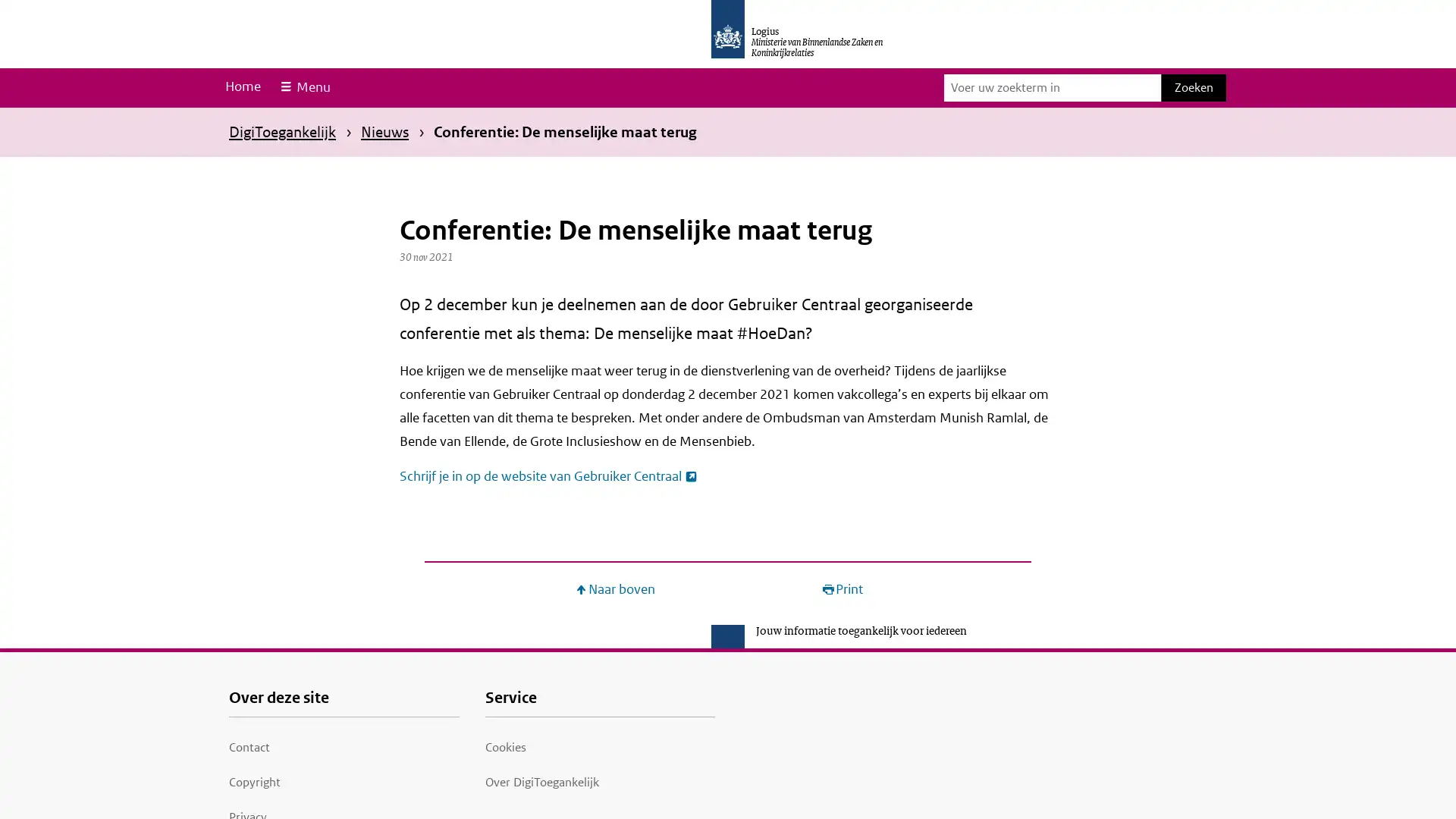 Image resolution: width=1456 pixels, height=819 pixels. I want to click on Zoeken, so click(1193, 87).